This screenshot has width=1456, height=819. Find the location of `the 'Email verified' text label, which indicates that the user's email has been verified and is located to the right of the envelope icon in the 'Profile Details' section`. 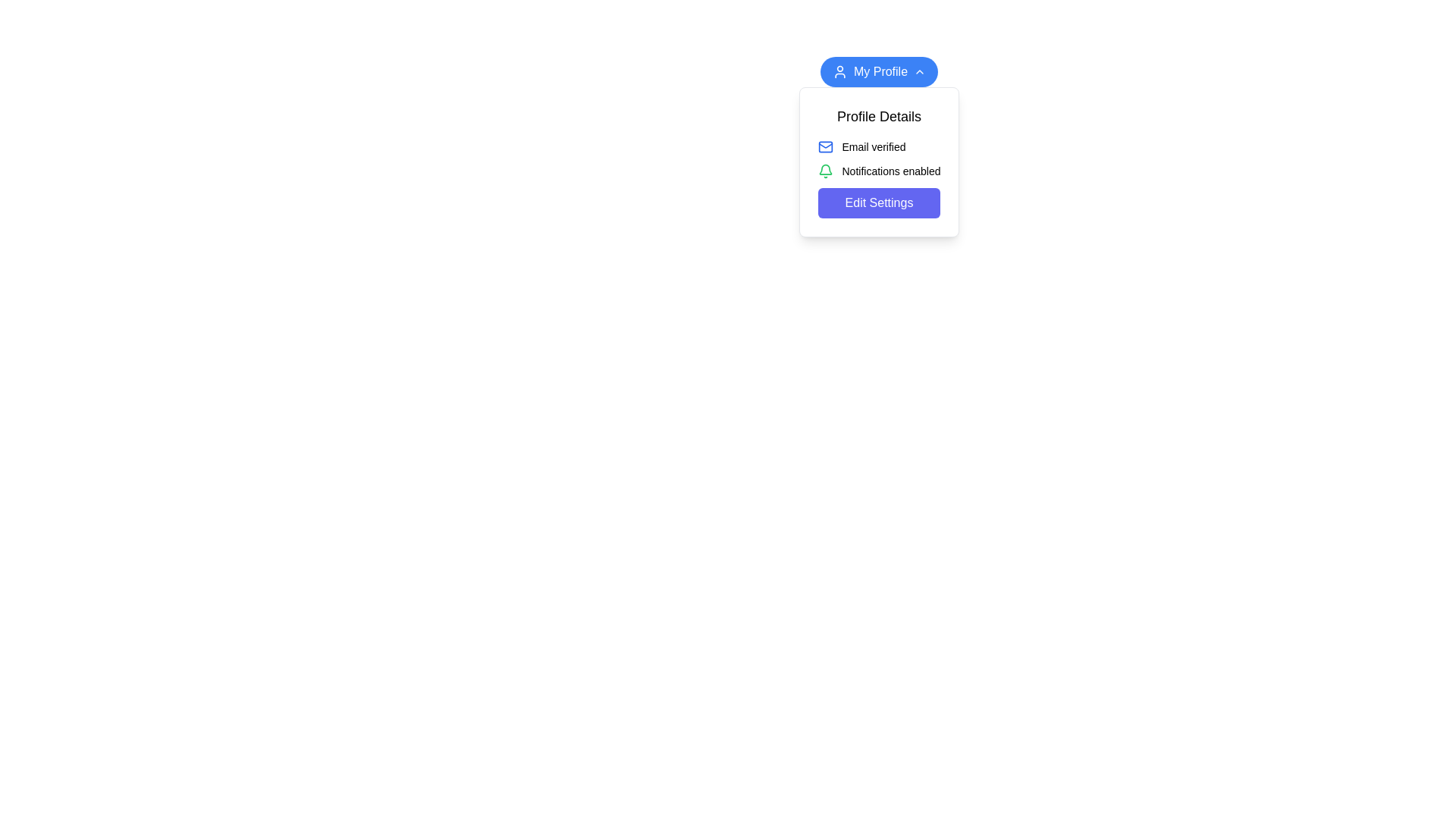

the 'Email verified' text label, which indicates that the user's email has been verified and is located to the right of the envelope icon in the 'Profile Details' section is located at coordinates (874, 146).